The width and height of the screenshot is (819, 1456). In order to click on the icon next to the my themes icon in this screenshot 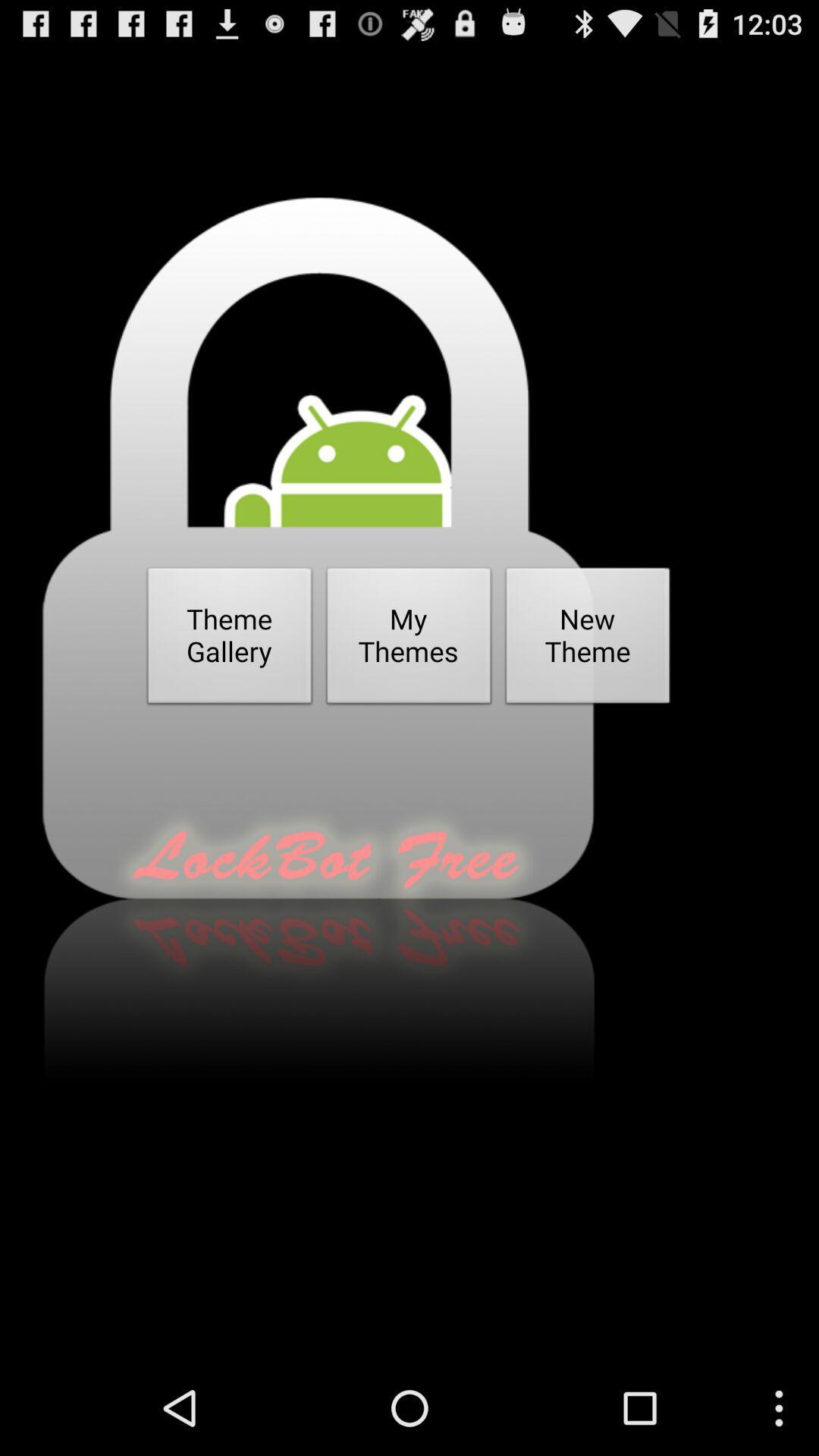, I will do `click(230, 640)`.